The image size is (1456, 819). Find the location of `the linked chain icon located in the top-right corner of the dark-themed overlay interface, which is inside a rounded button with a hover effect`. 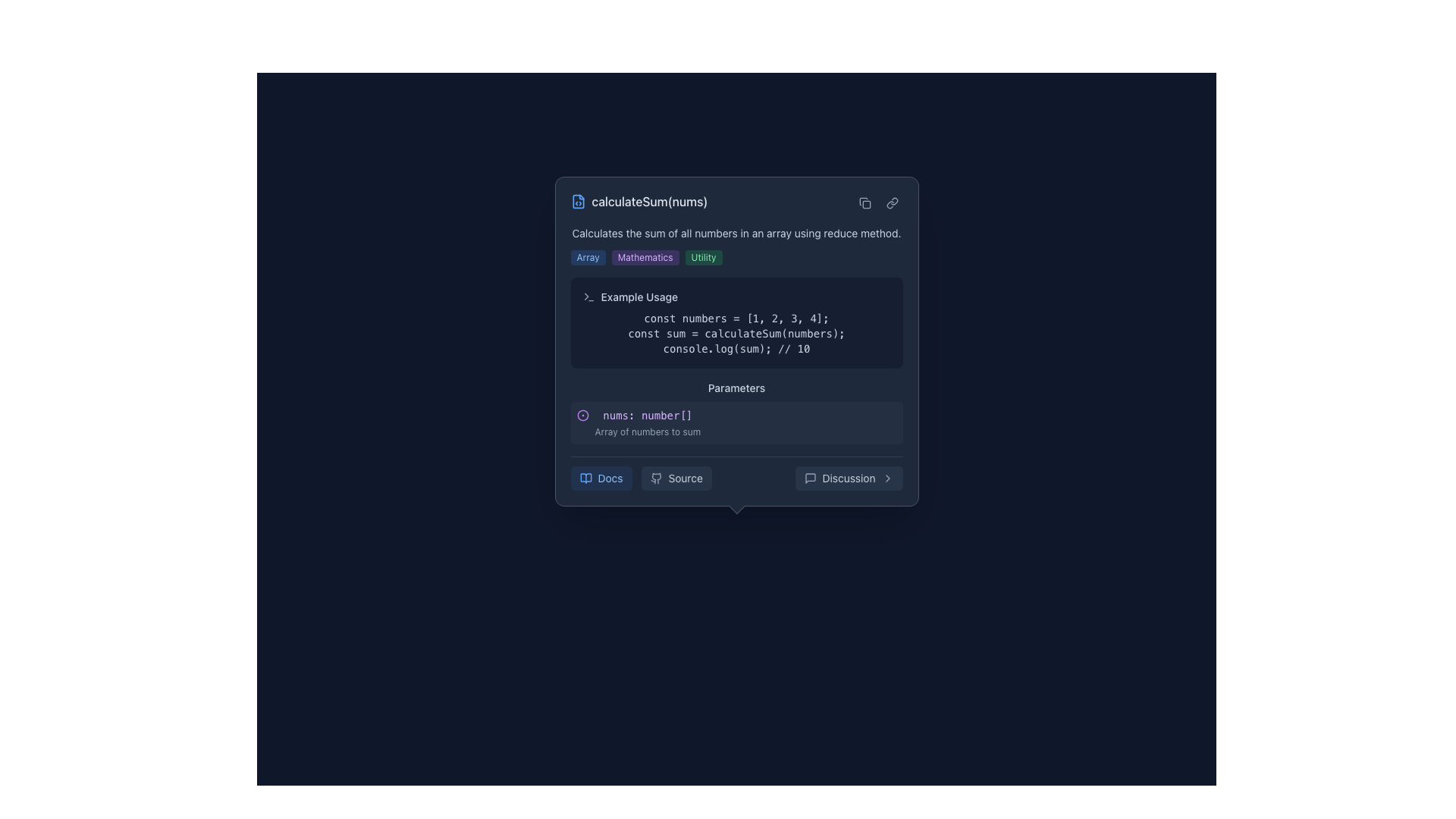

the linked chain icon located in the top-right corner of the dark-themed overlay interface, which is inside a rounded button with a hover effect is located at coordinates (892, 202).